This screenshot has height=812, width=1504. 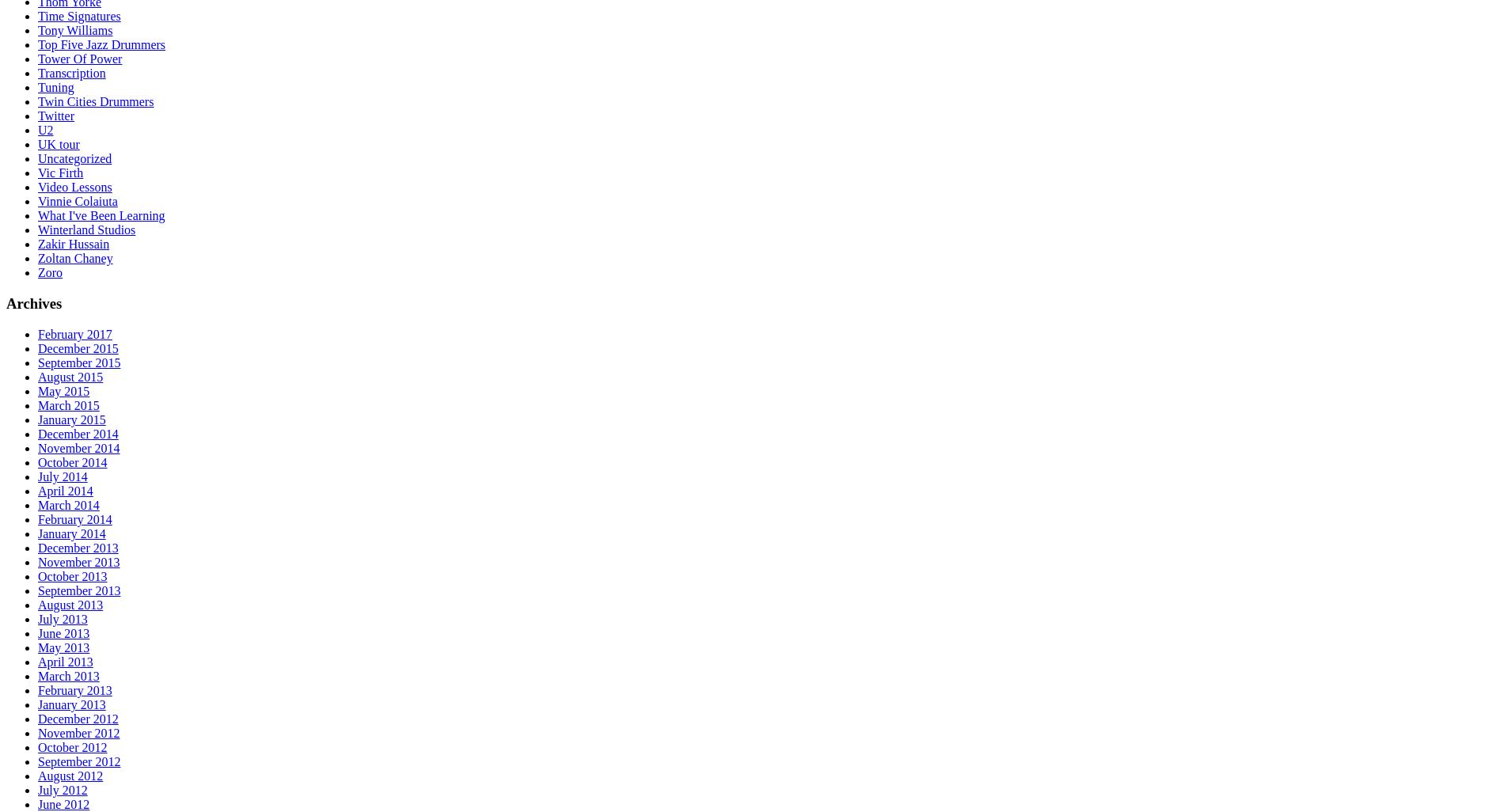 I want to click on 'December 2014', so click(x=78, y=433).